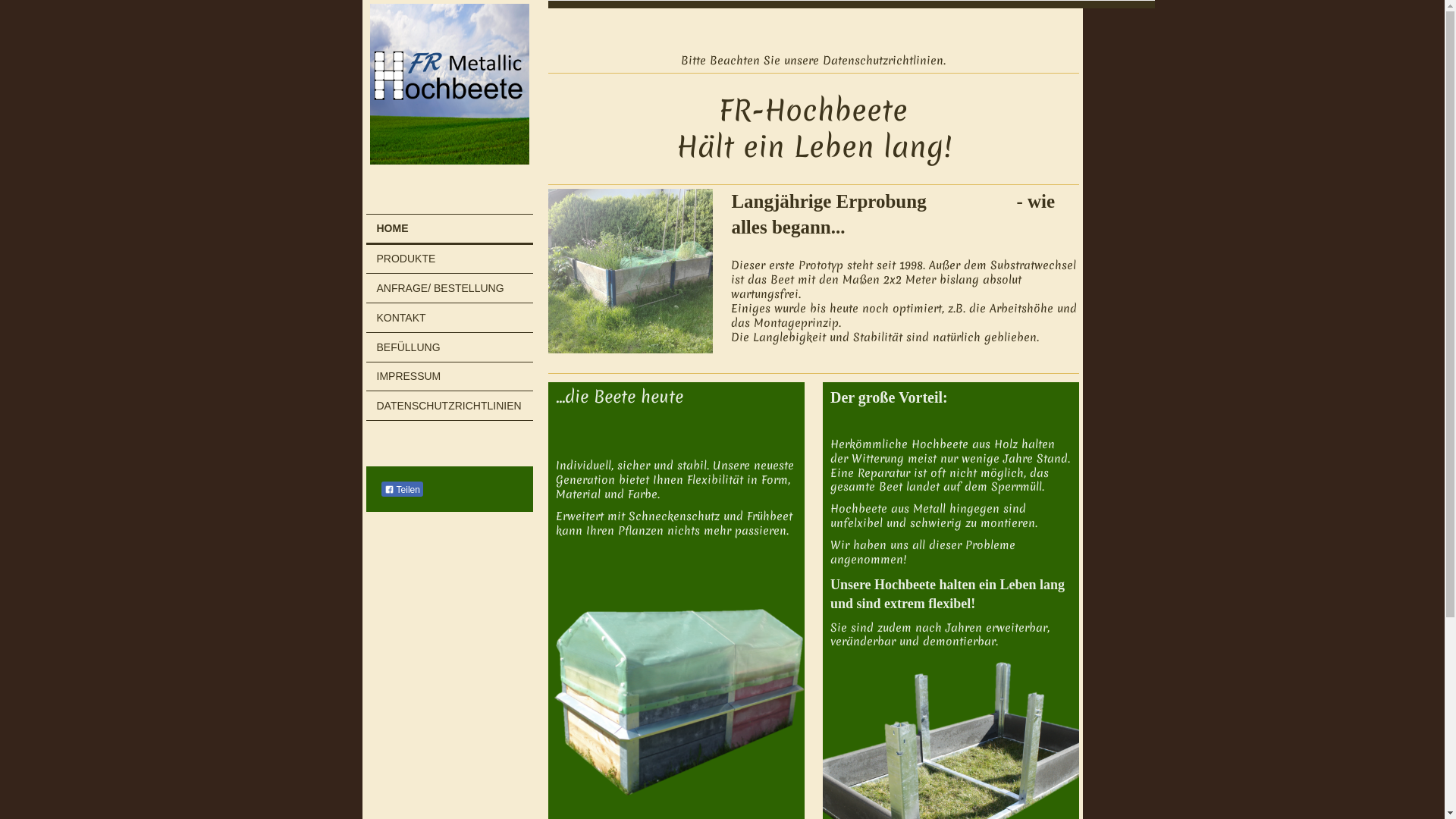  Describe the element at coordinates (448, 257) in the screenshot. I see `'PRODUKTE'` at that location.